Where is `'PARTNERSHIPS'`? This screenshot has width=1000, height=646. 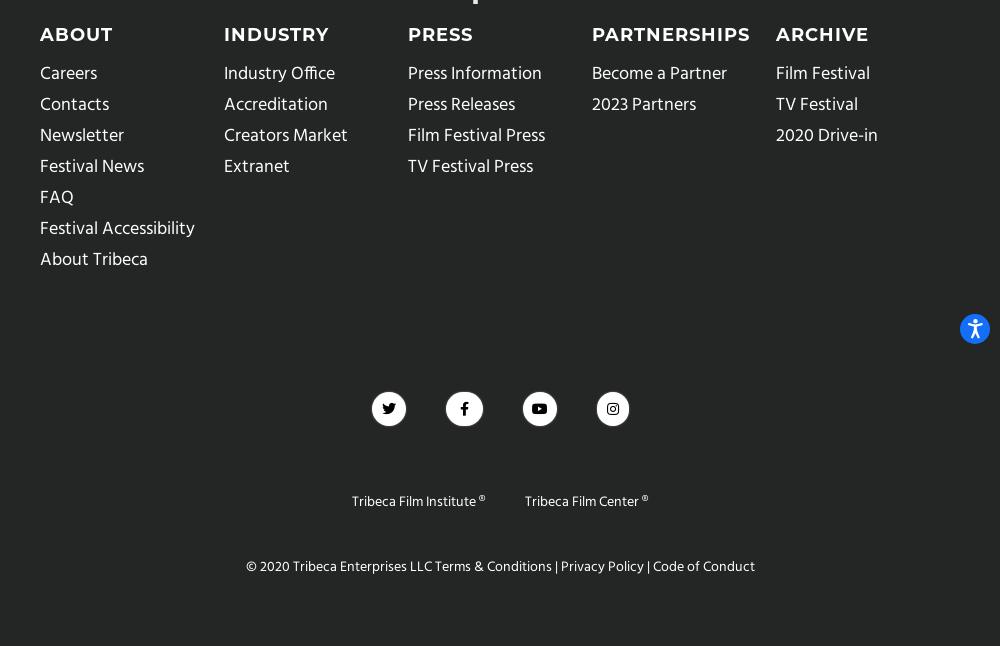
'PARTNERSHIPS' is located at coordinates (671, 34).